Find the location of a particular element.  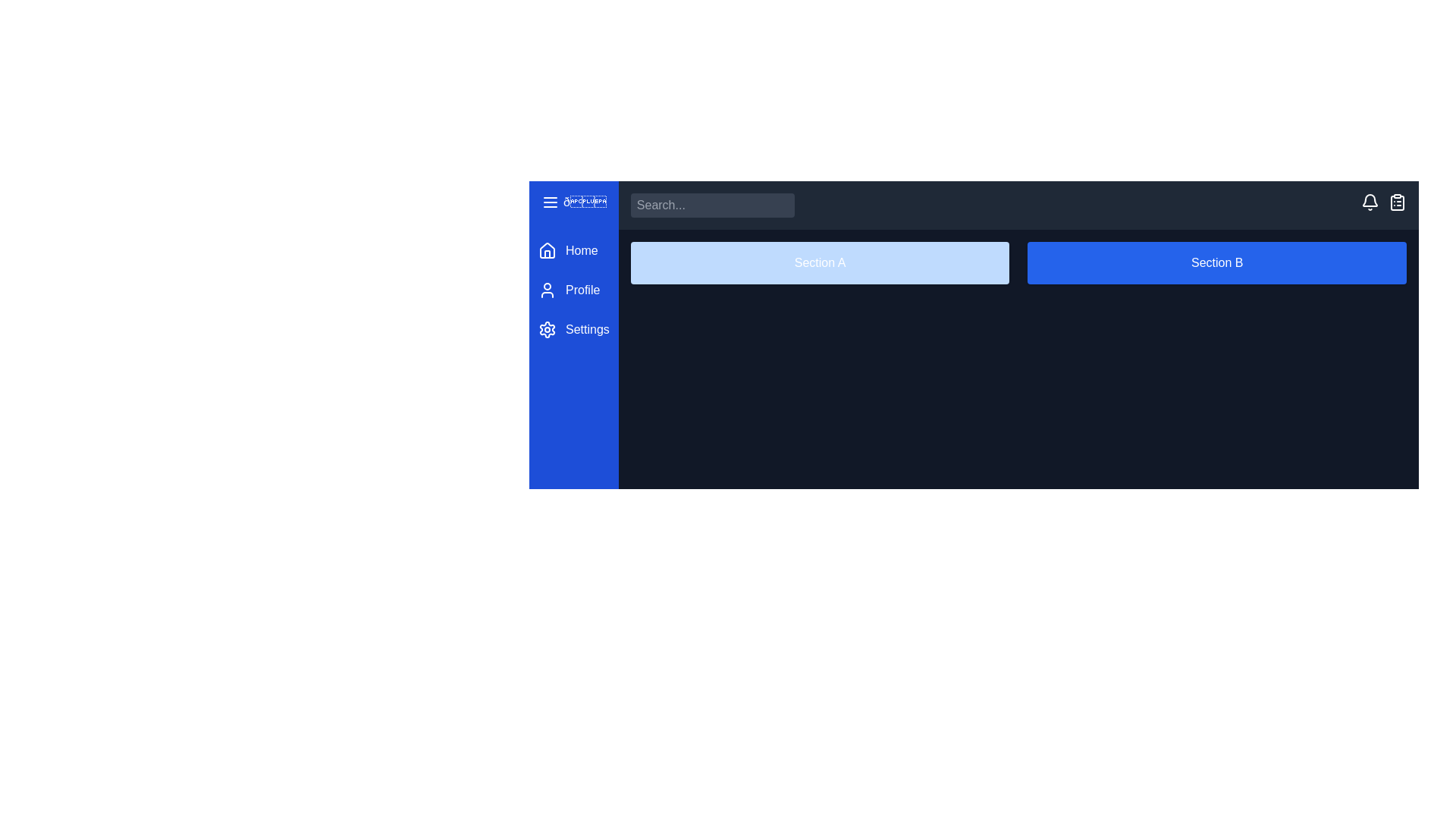

the house-shaped icon at the top of the vertical navigation bar is located at coordinates (546, 250).